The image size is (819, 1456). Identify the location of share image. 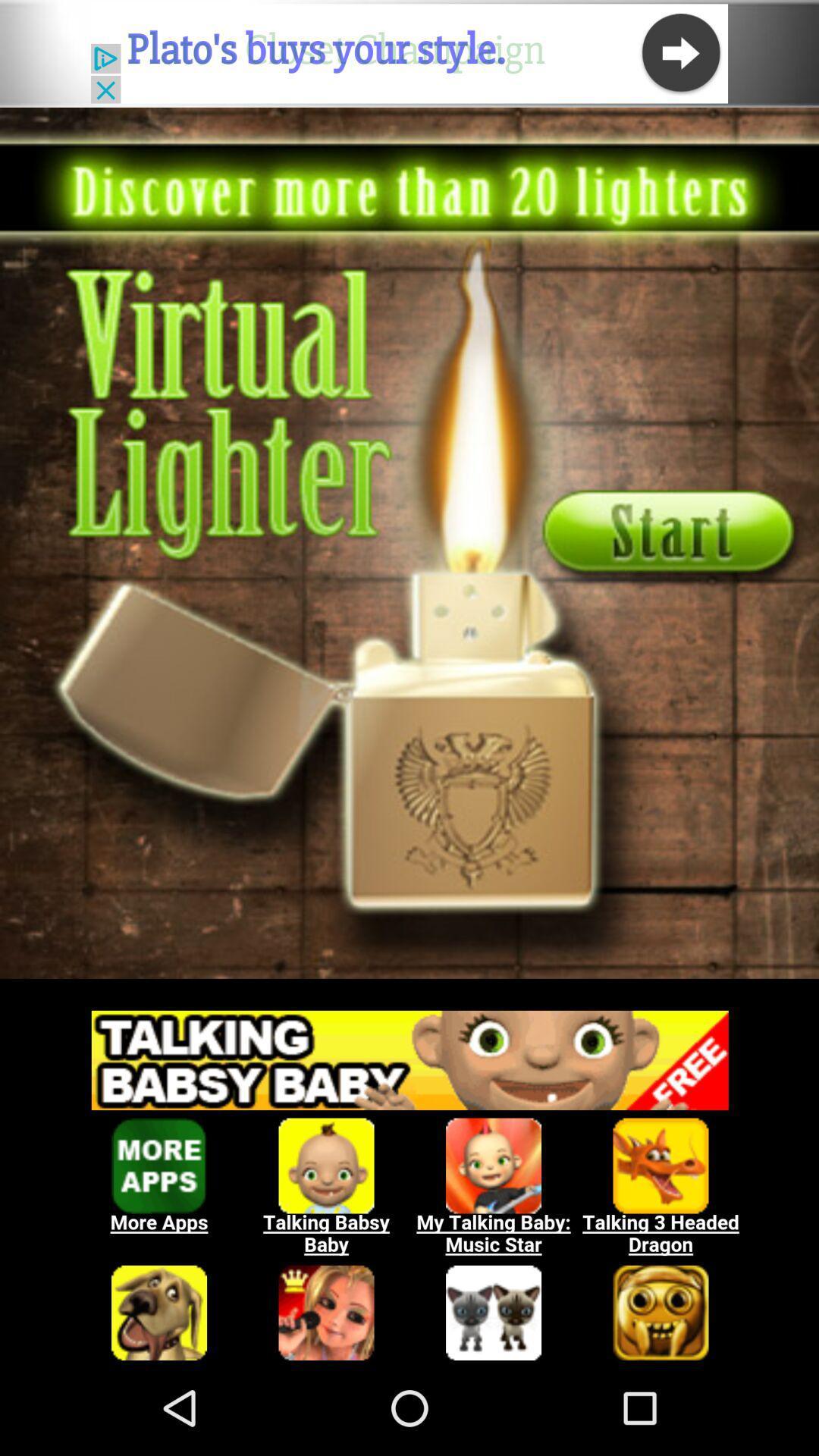
(409, 543).